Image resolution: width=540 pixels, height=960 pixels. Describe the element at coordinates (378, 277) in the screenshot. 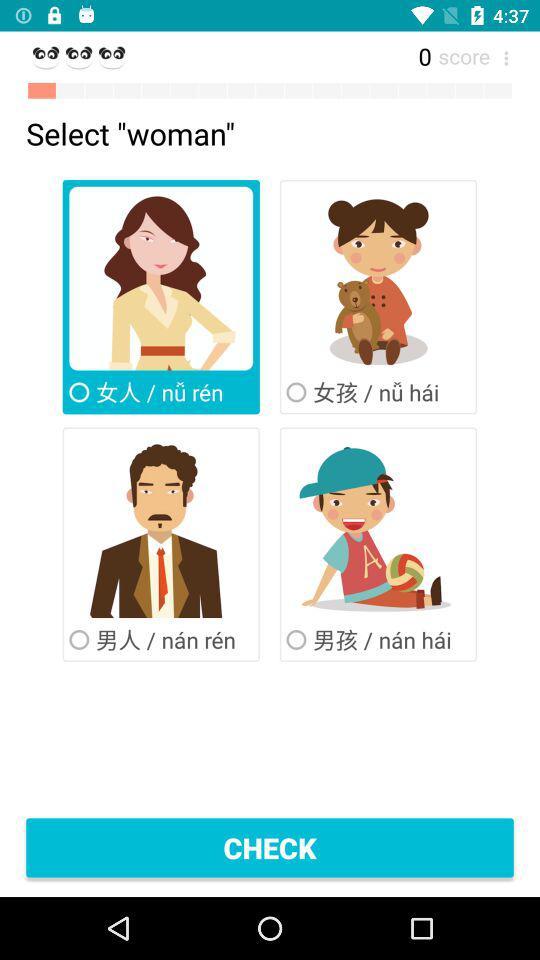

I see `the 2nd image of 1st row` at that location.